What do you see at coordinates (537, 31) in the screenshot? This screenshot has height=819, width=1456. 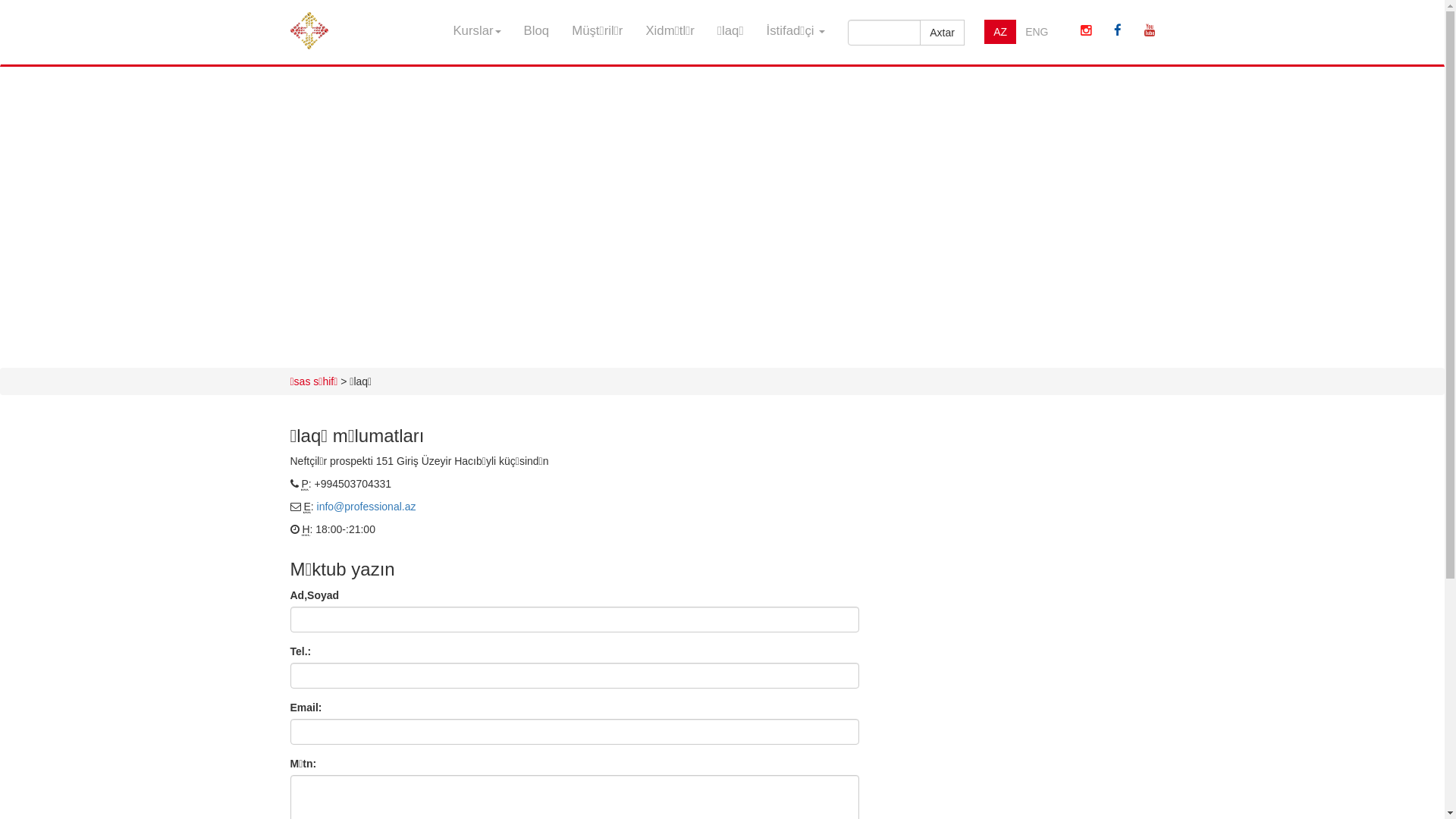 I see `'Bloq'` at bounding box center [537, 31].